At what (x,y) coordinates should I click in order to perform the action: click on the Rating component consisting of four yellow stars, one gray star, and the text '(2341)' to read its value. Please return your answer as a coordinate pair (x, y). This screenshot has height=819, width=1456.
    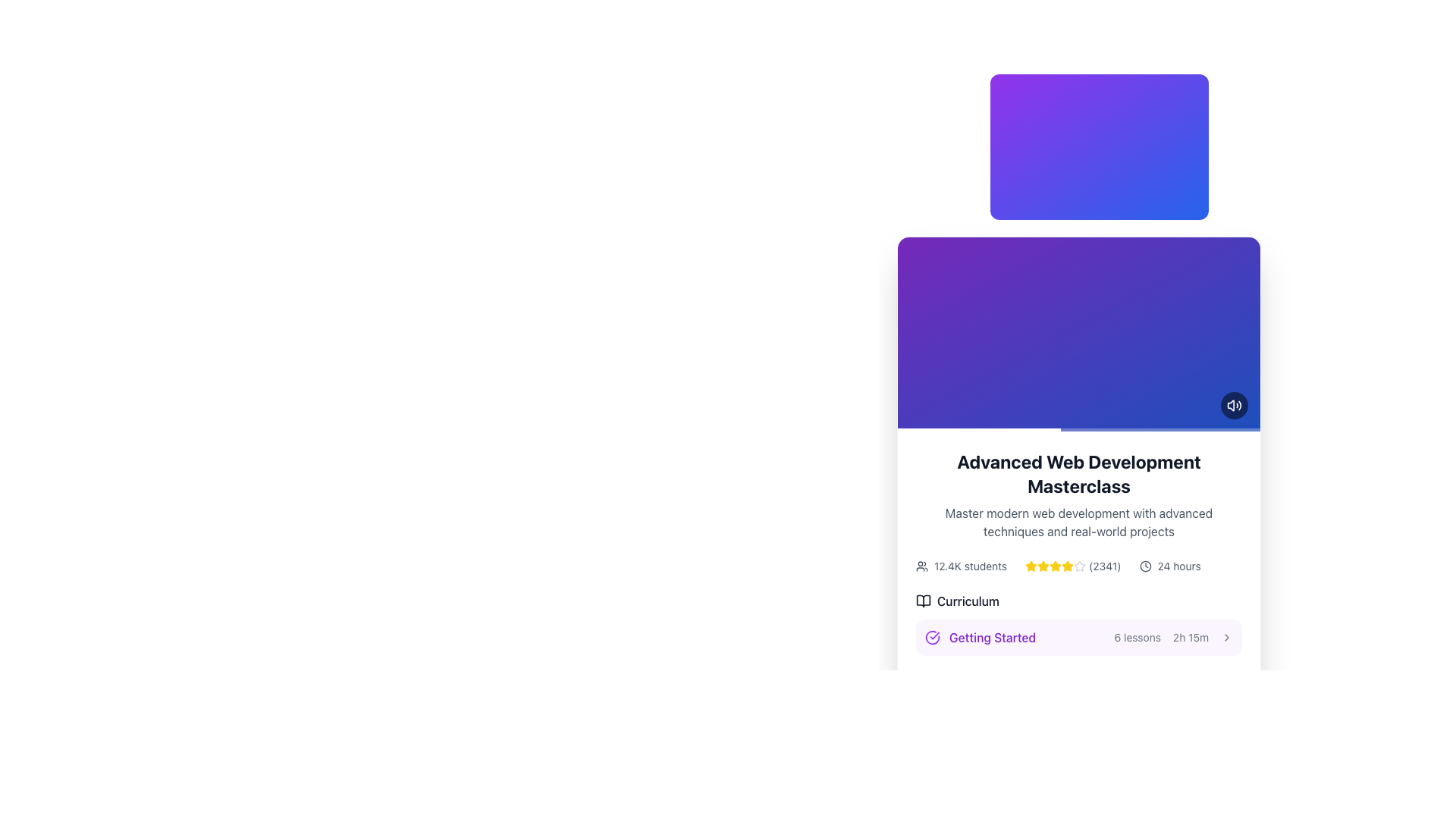
    Looking at the image, I should click on (1072, 566).